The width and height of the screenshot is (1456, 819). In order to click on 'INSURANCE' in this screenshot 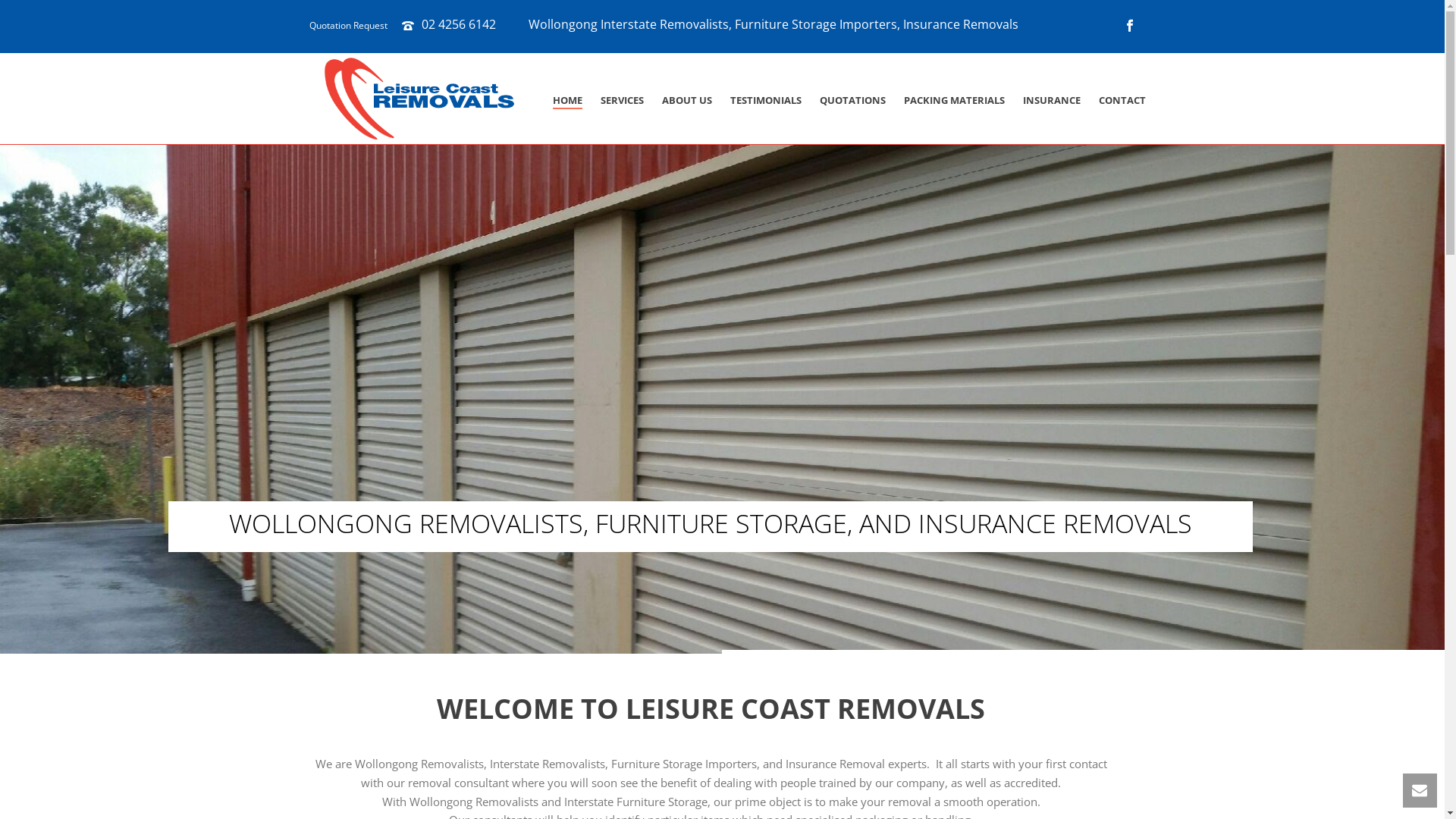, I will do `click(1050, 99)`.